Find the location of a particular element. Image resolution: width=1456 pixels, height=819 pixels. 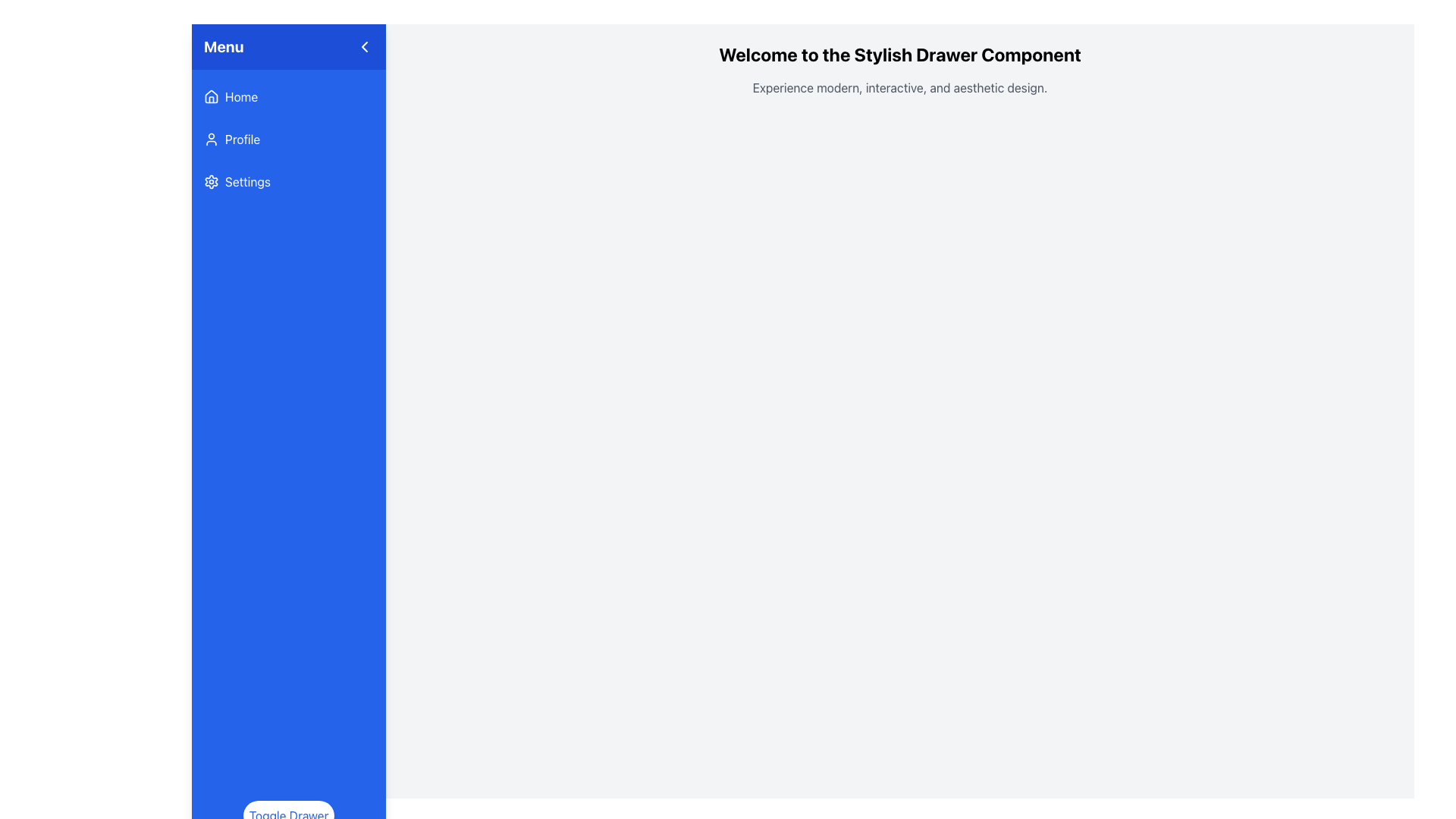

the settings button located as the last item in the vertical list under the 'Menu' title is located at coordinates (288, 180).